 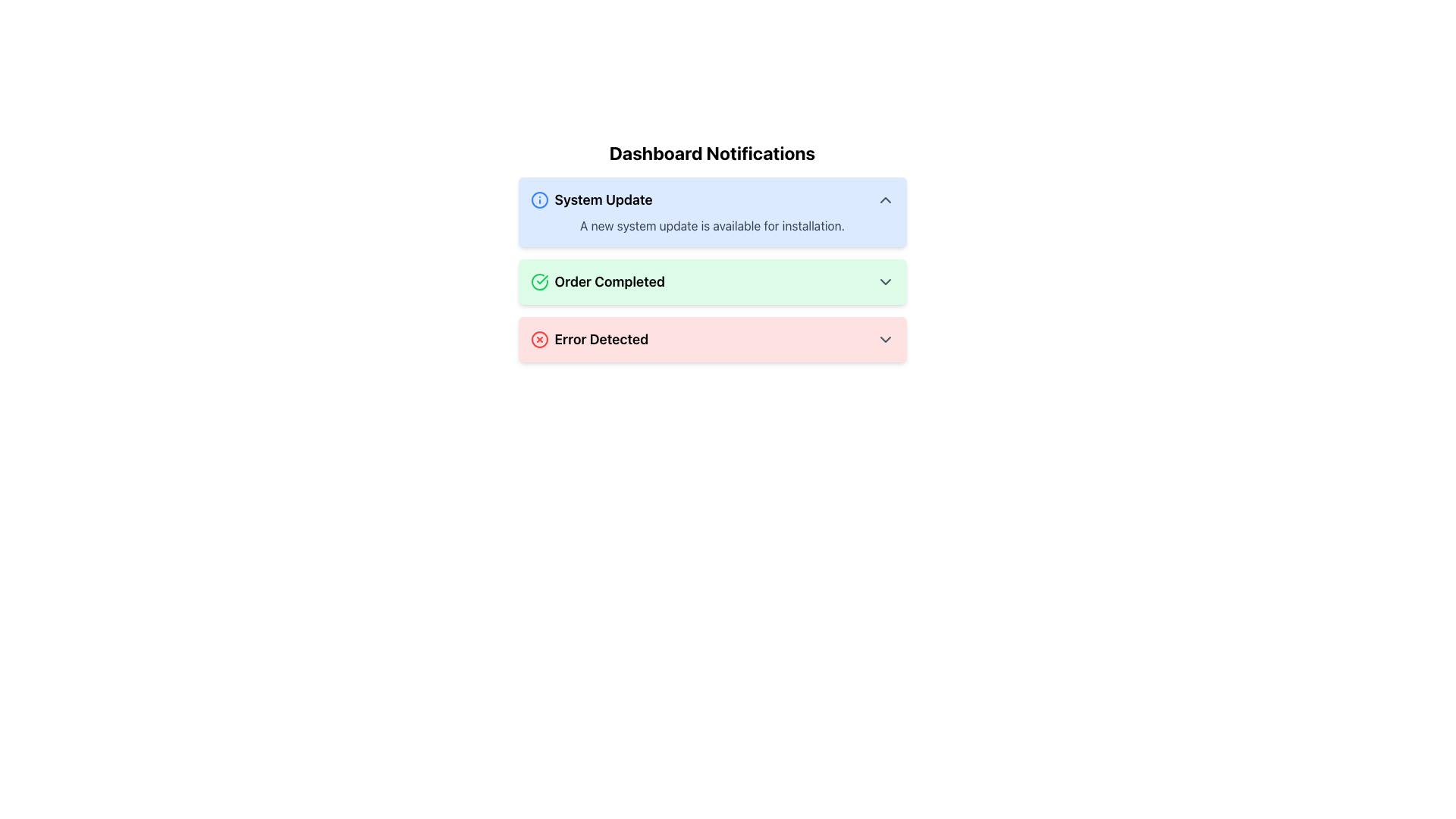 What do you see at coordinates (542, 280) in the screenshot?
I see `the green checkmark icon located within the second notification card labeled 'Order Completed', positioned centrally inside the green-tinted area to the left of the text` at bounding box center [542, 280].